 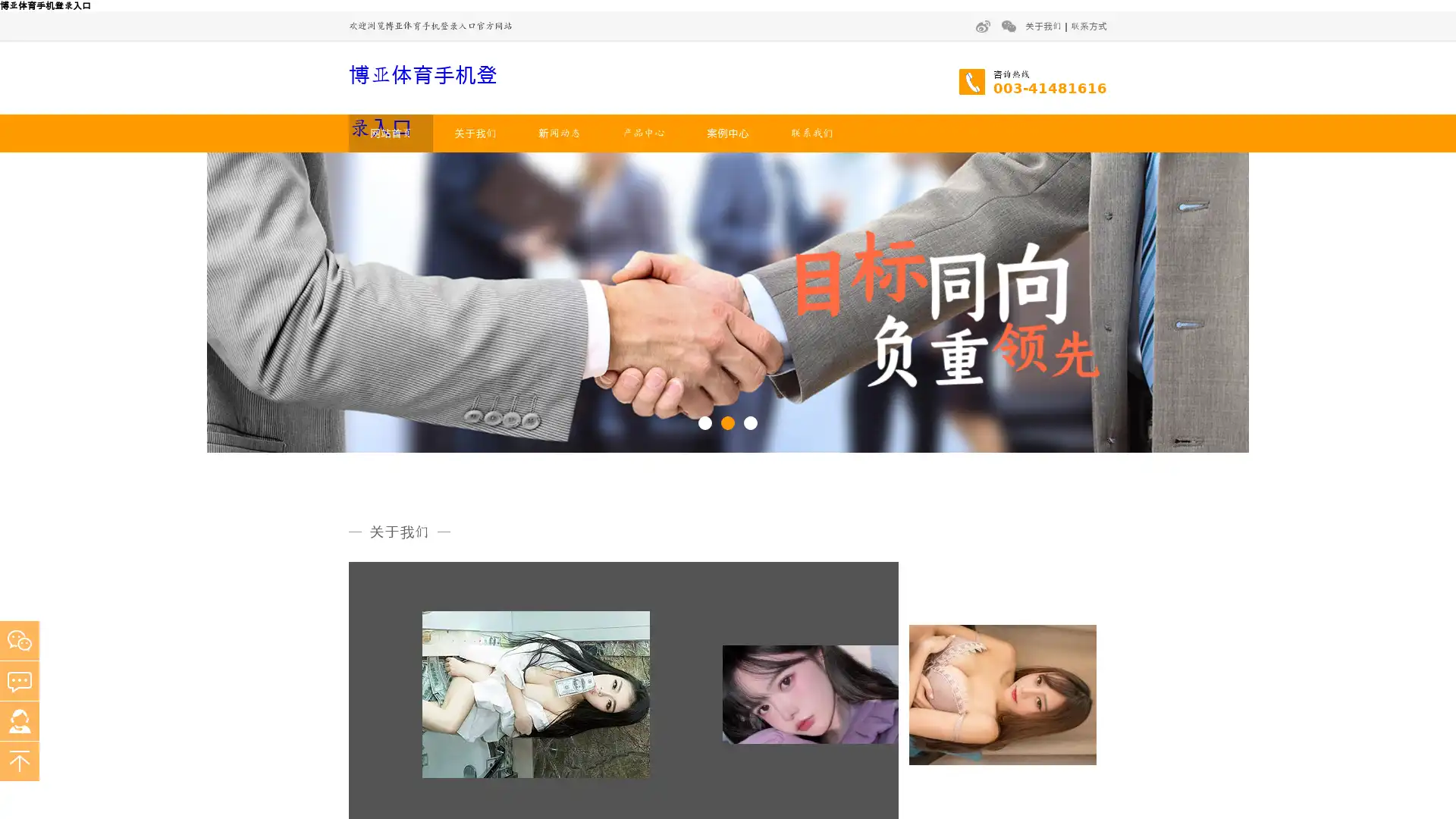 I want to click on 1, so click(x=704, y=422).